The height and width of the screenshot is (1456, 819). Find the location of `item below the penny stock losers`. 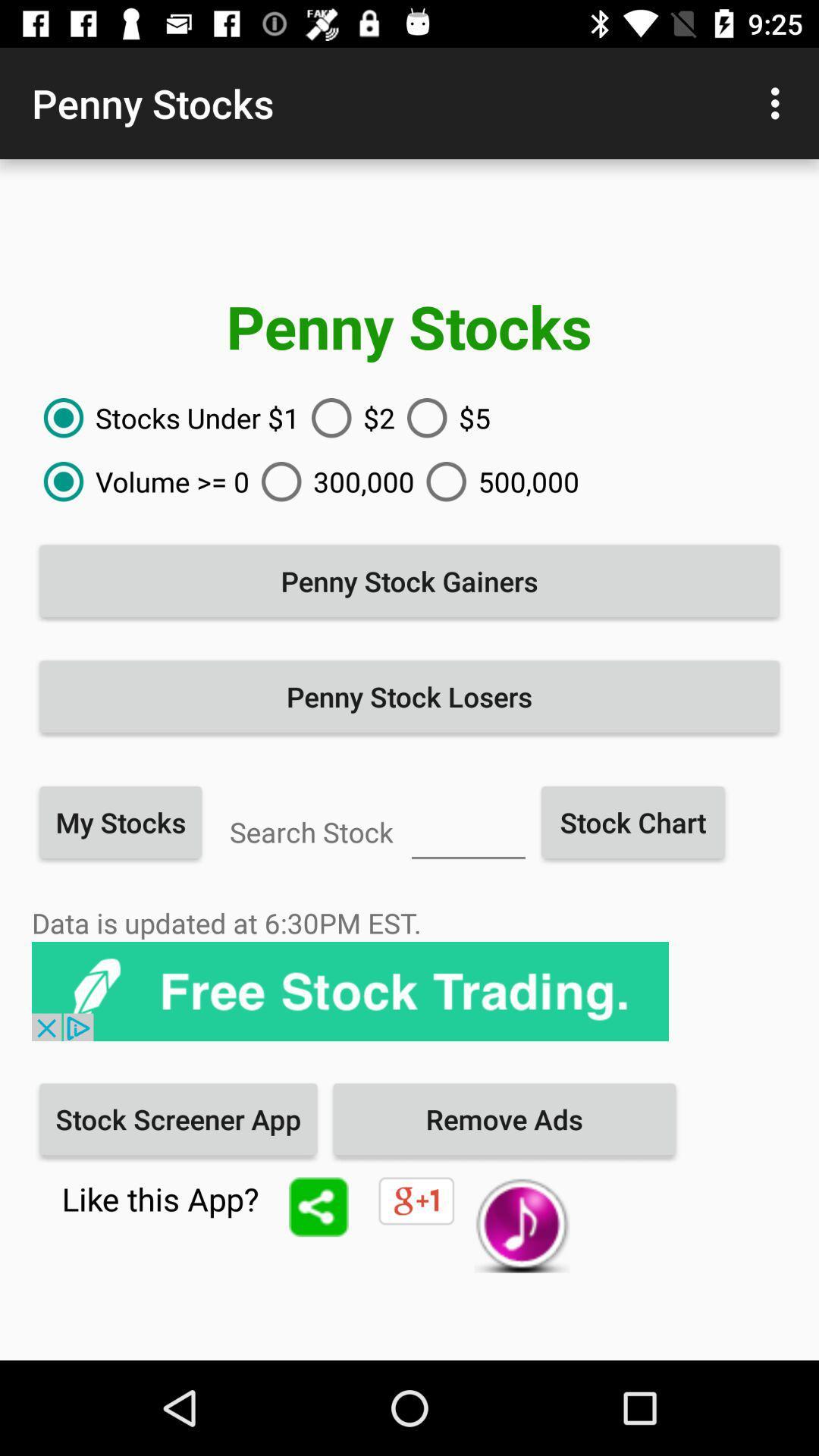

item below the penny stock losers is located at coordinates (120, 821).